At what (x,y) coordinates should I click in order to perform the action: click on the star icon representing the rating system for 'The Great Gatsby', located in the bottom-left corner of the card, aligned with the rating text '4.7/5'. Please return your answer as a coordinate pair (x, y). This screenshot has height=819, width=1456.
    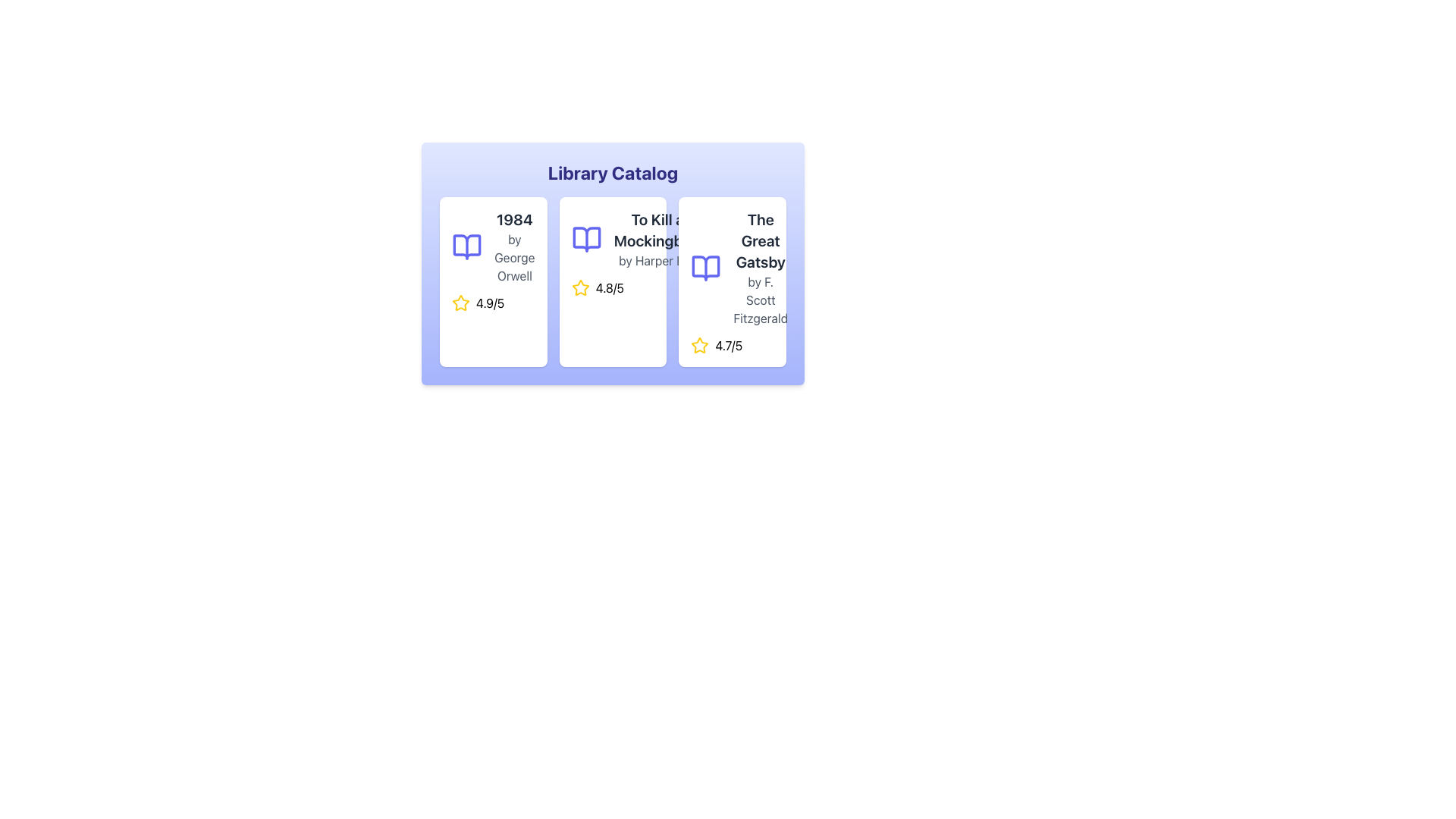
    Looking at the image, I should click on (699, 345).